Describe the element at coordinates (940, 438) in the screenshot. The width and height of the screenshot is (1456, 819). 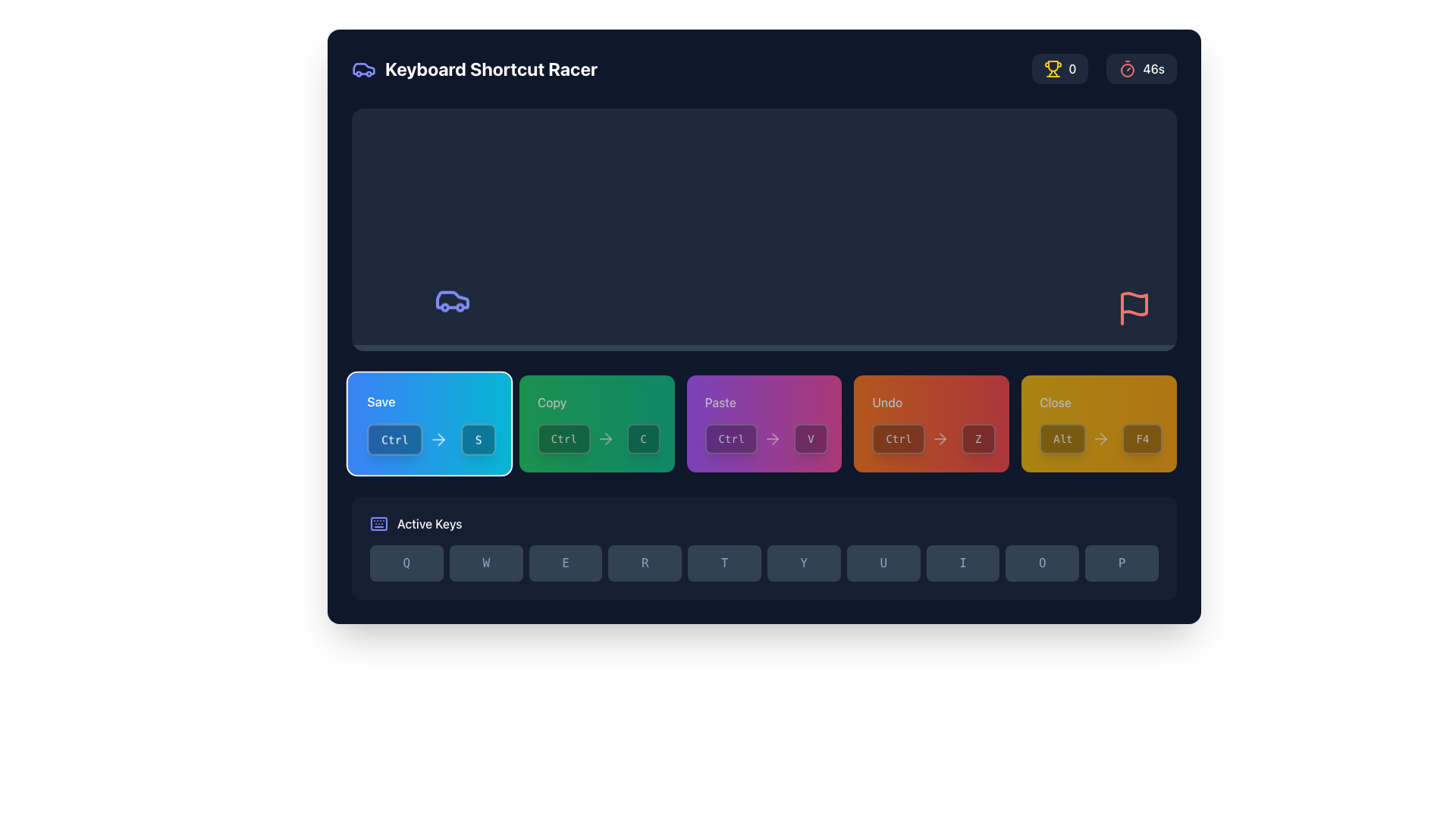
I see `the appearance of the outlined right-arrow icon located next to the text 'Ctrl' in the 'Undo' control section of the keyboard shortcut display interface` at that location.